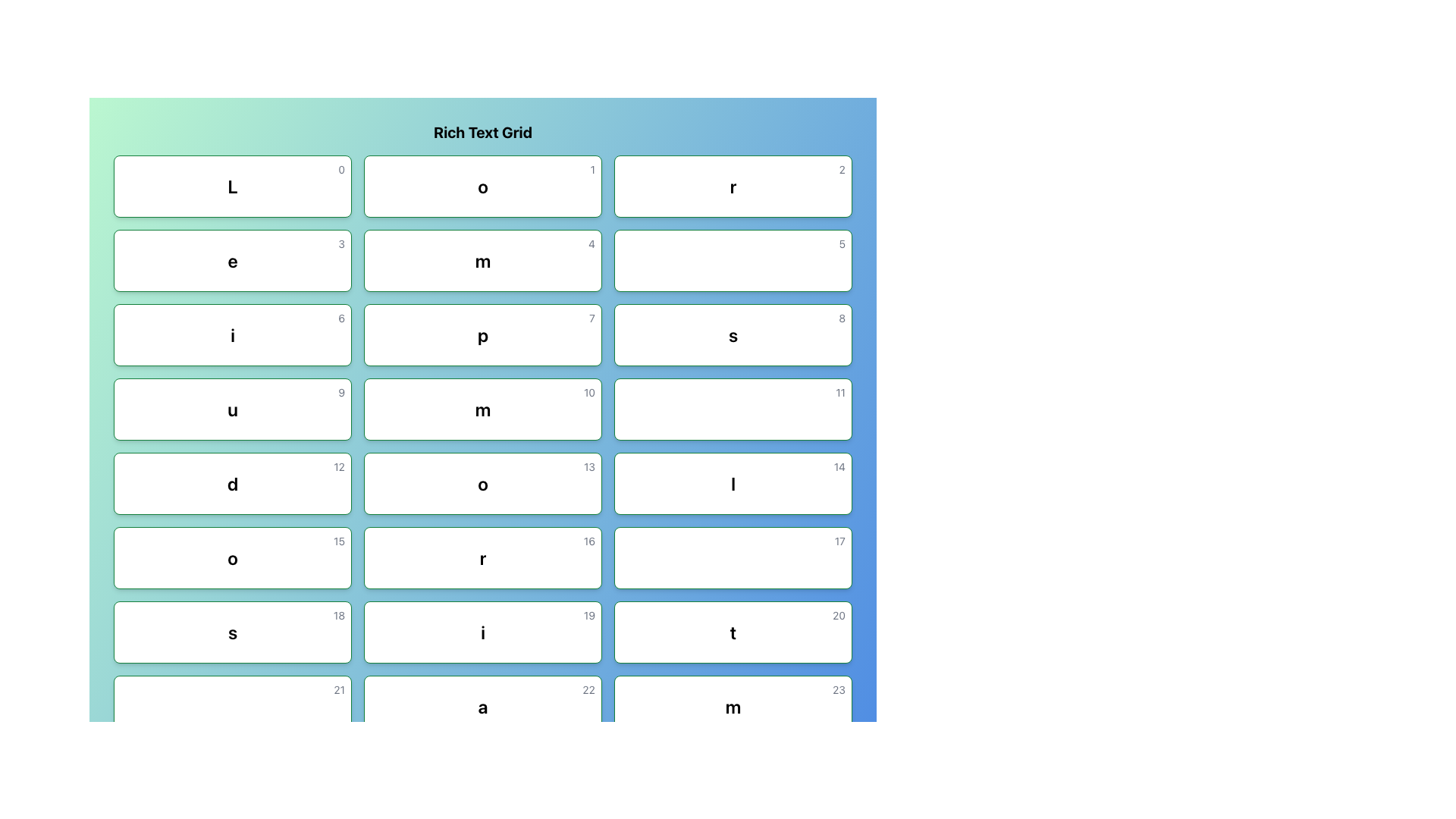 The image size is (1456, 819). I want to click on the third tile in the third row of the grid layout, so click(232, 334).